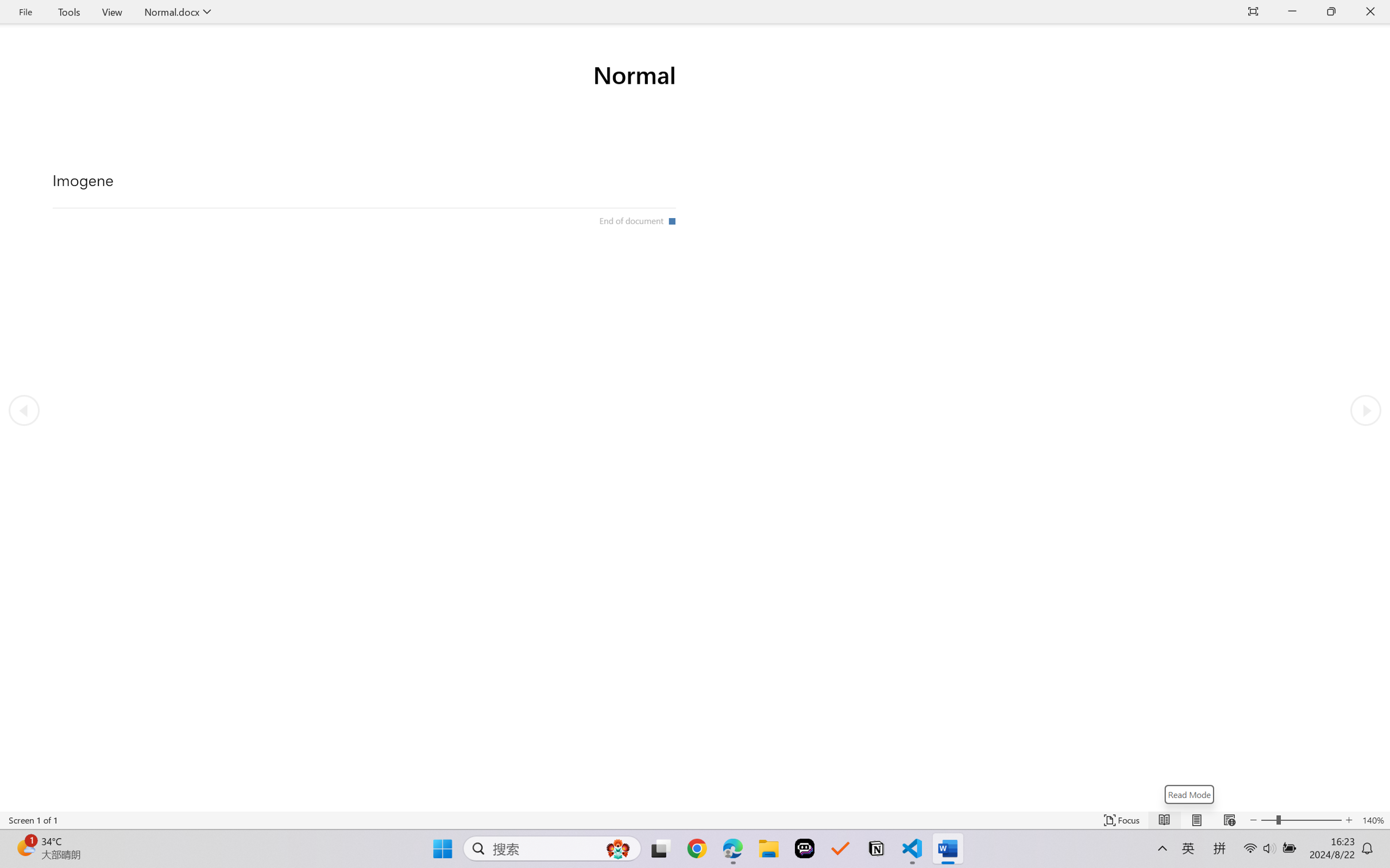  I want to click on 'Page Number Screen 1 of 1 ', so click(33, 820).